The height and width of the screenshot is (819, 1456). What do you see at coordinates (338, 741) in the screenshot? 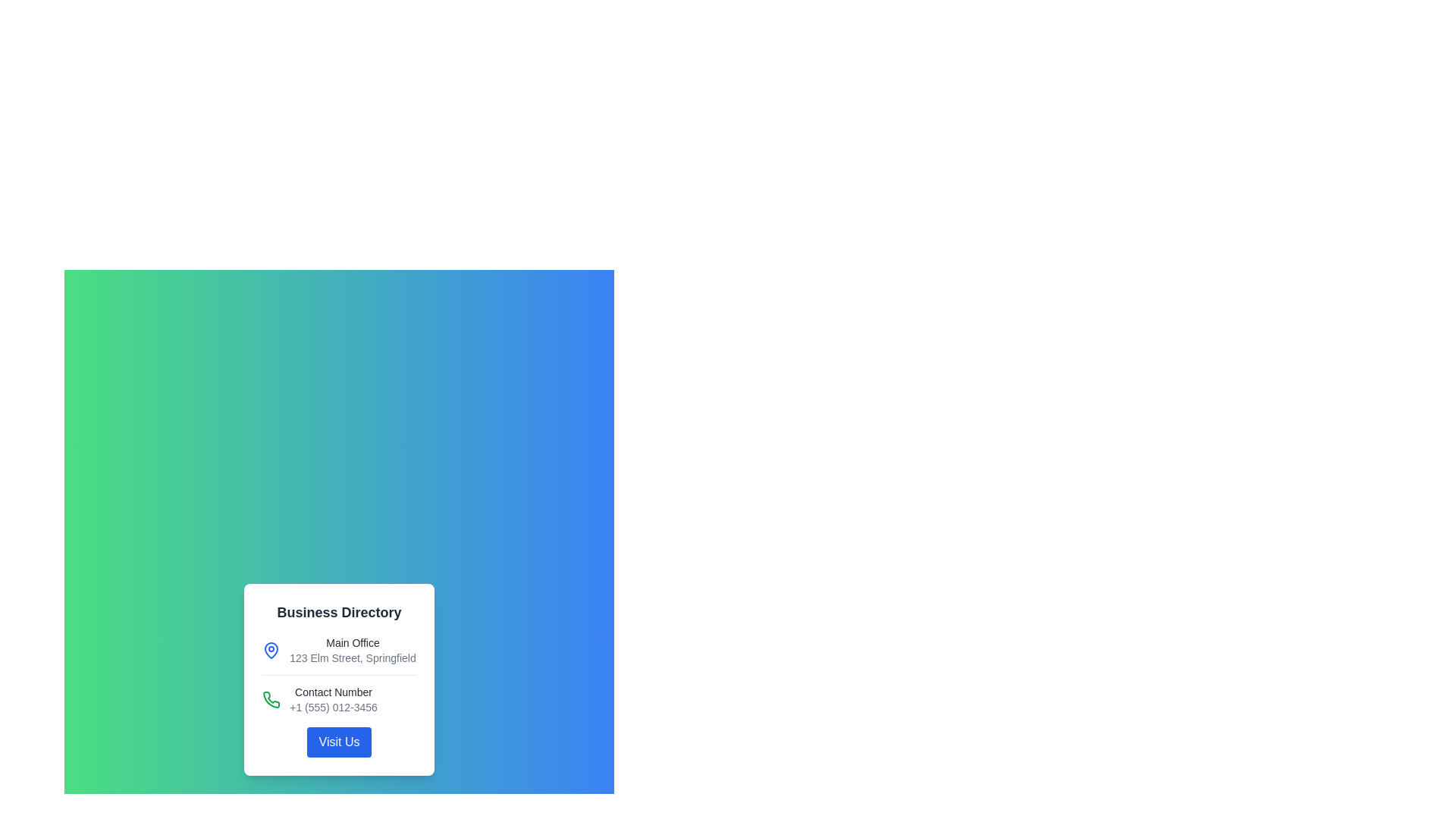
I see `the blue button labeled 'Visit Us' located at the center-bottom of the card layout` at bounding box center [338, 741].